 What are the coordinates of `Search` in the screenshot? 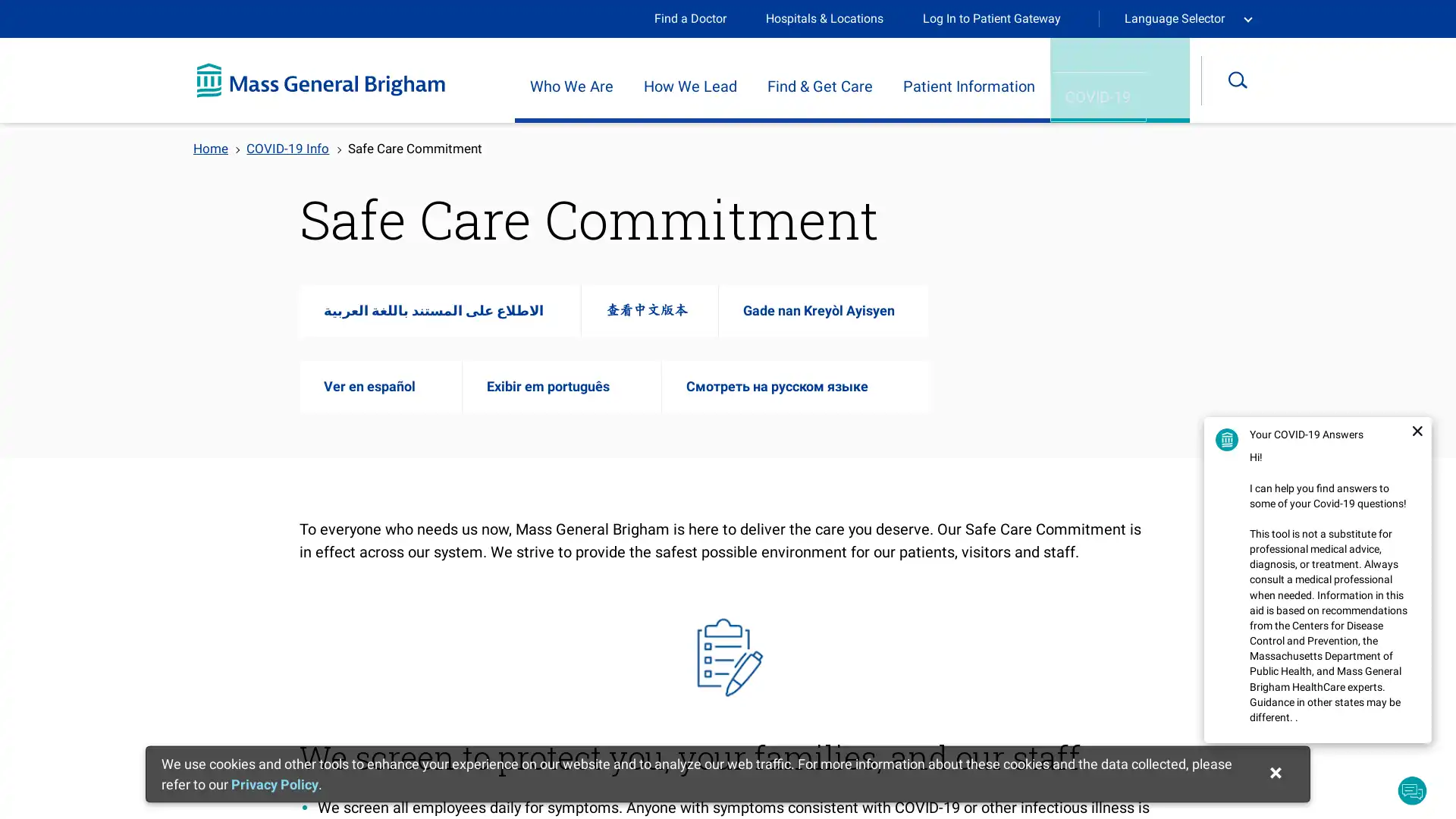 It's located at (1248, 80).